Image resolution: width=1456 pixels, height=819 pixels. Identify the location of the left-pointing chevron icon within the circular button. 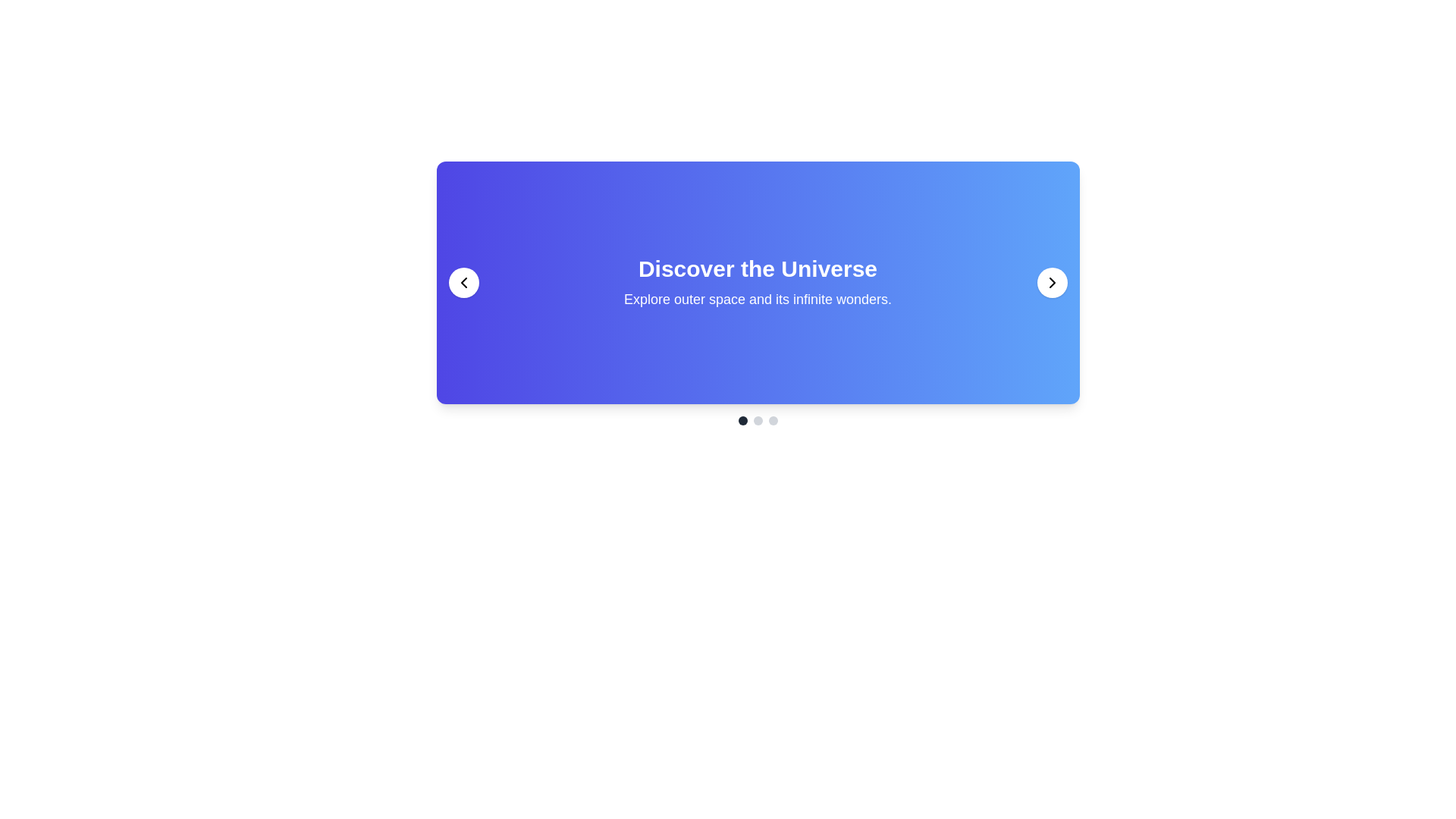
(463, 283).